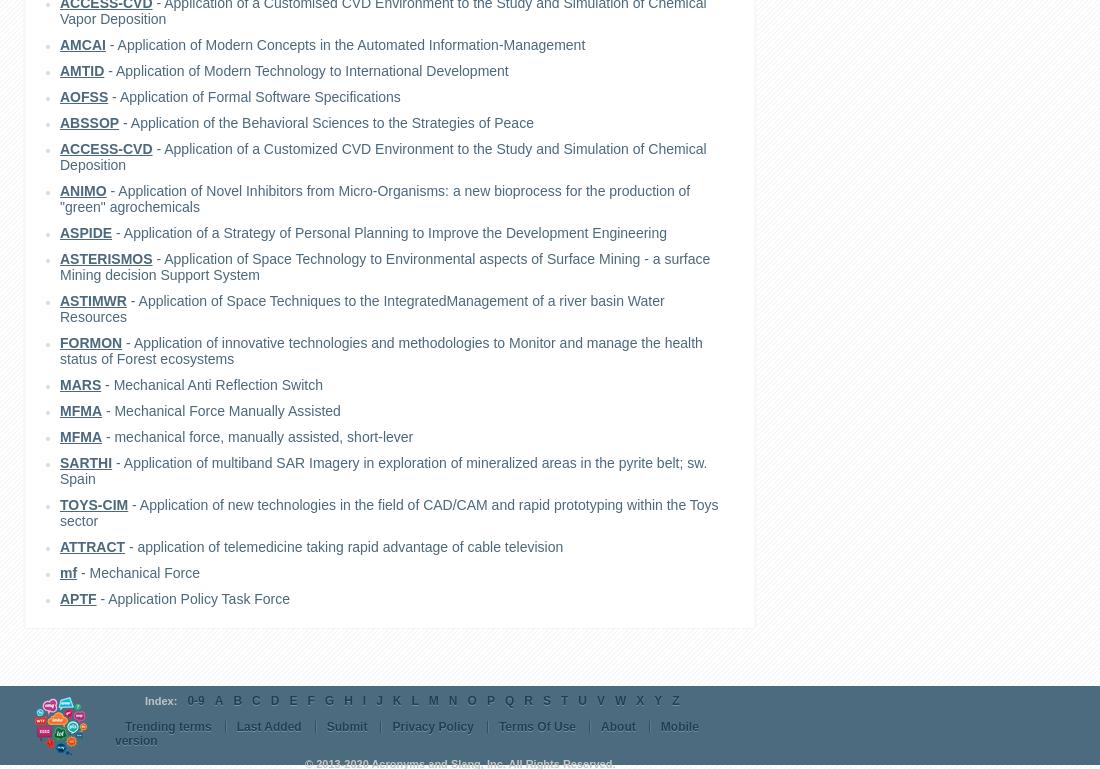  I want to click on 'K', so click(396, 701).